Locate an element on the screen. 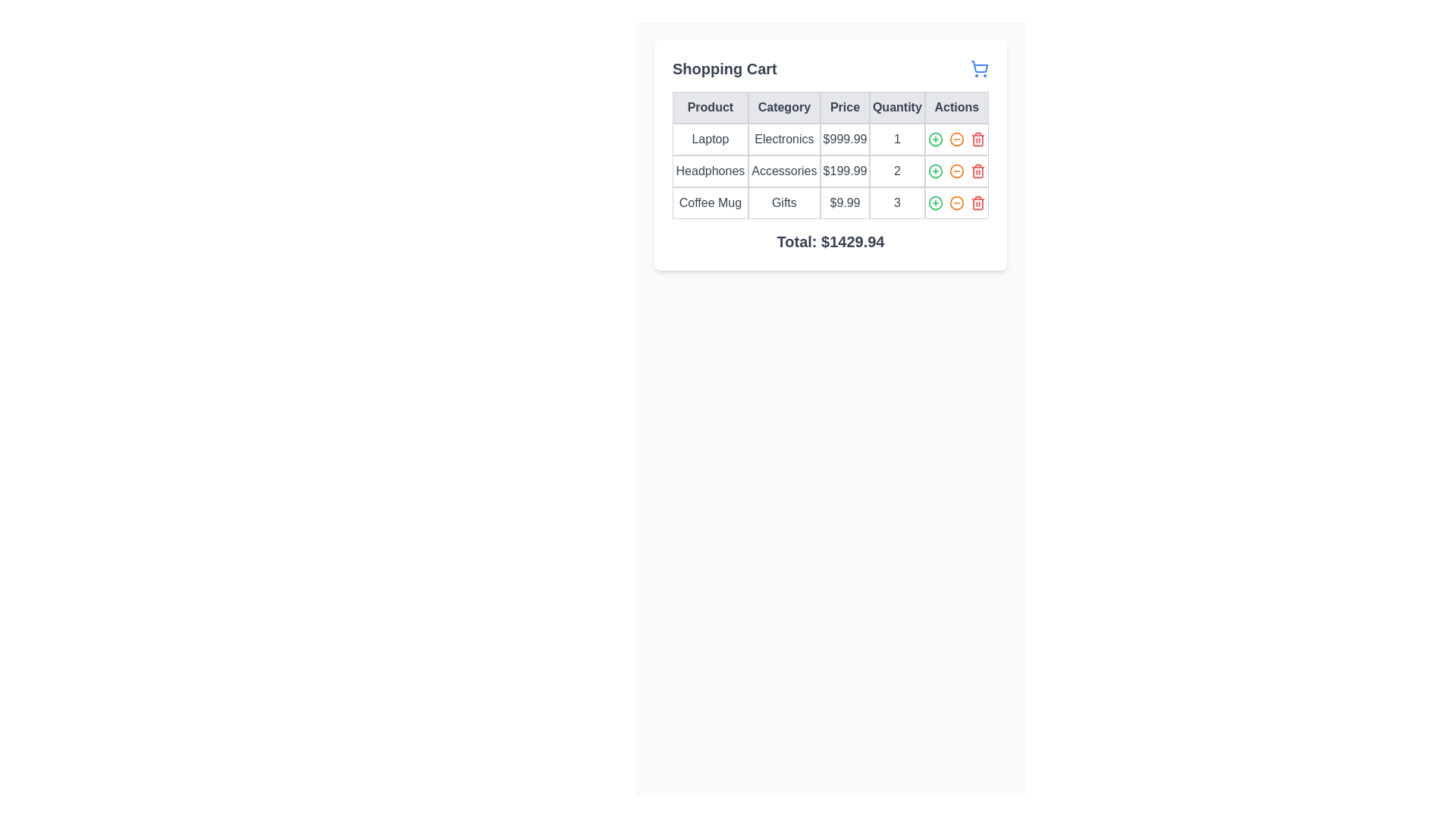 This screenshot has height=819, width=1456. the 'Category' header cell in the 'Shopping Cart' table, which is located between the 'Product' and 'Price' cells is located at coordinates (784, 107).